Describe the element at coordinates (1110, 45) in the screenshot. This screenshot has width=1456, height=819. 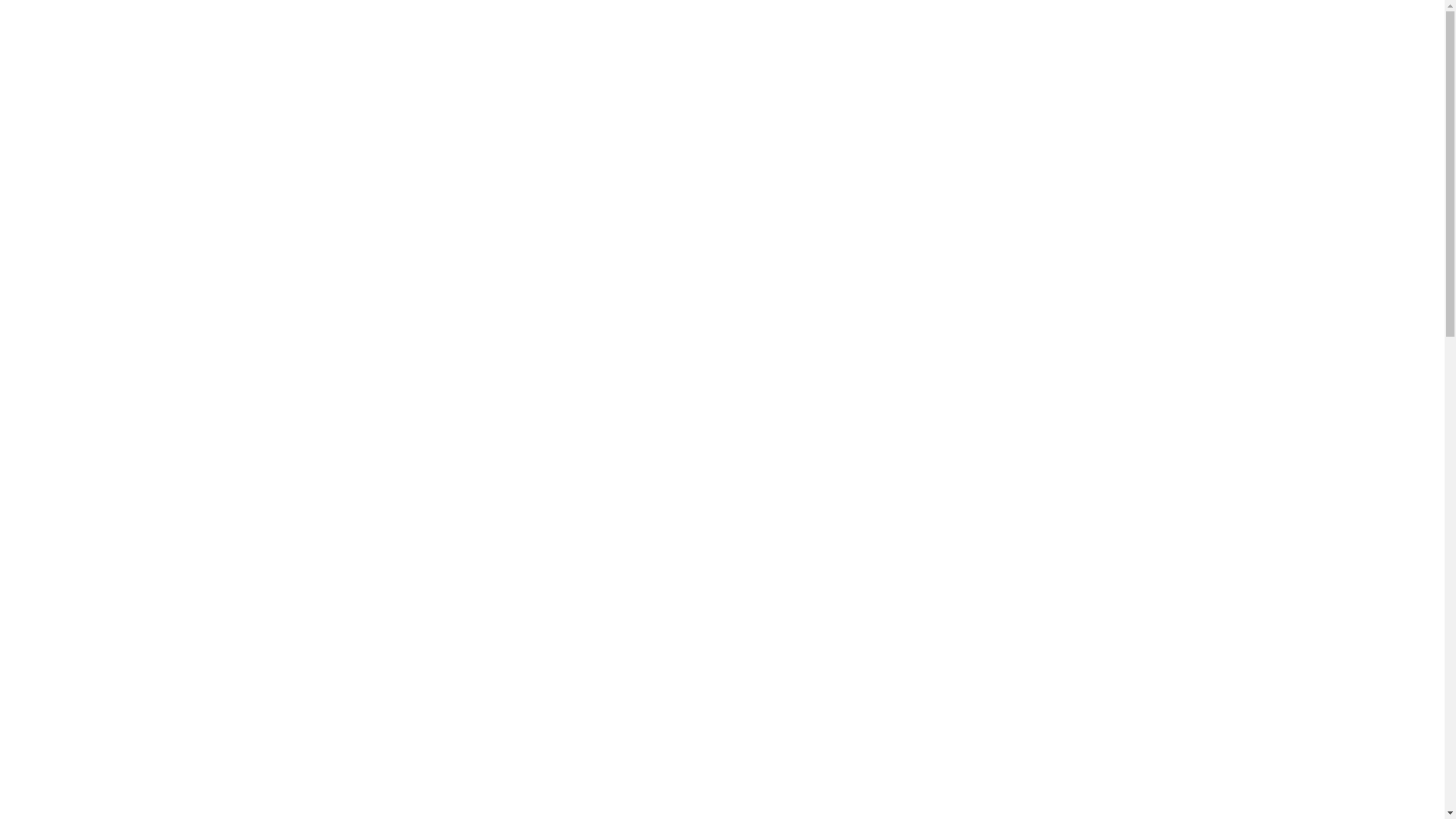
I see `'CONTACT'` at that location.